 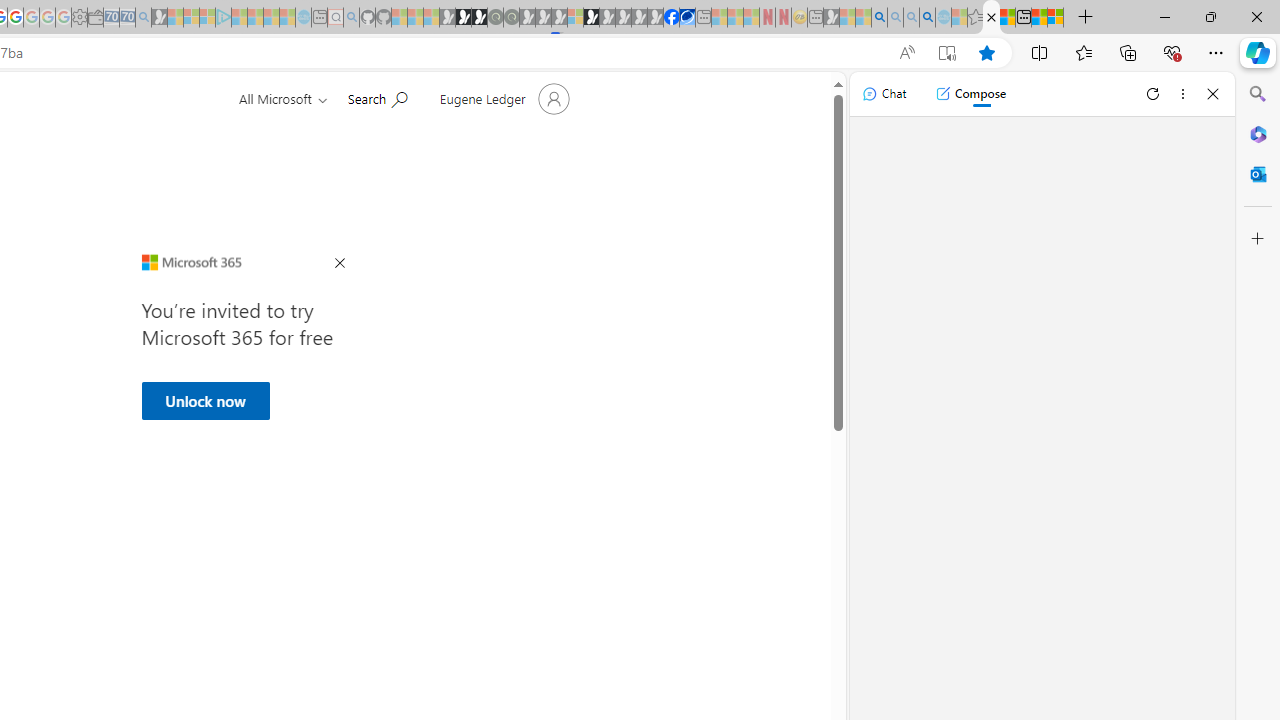 What do you see at coordinates (970, 93) in the screenshot?
I see `'Compose'` at bounding box center [970, 93].